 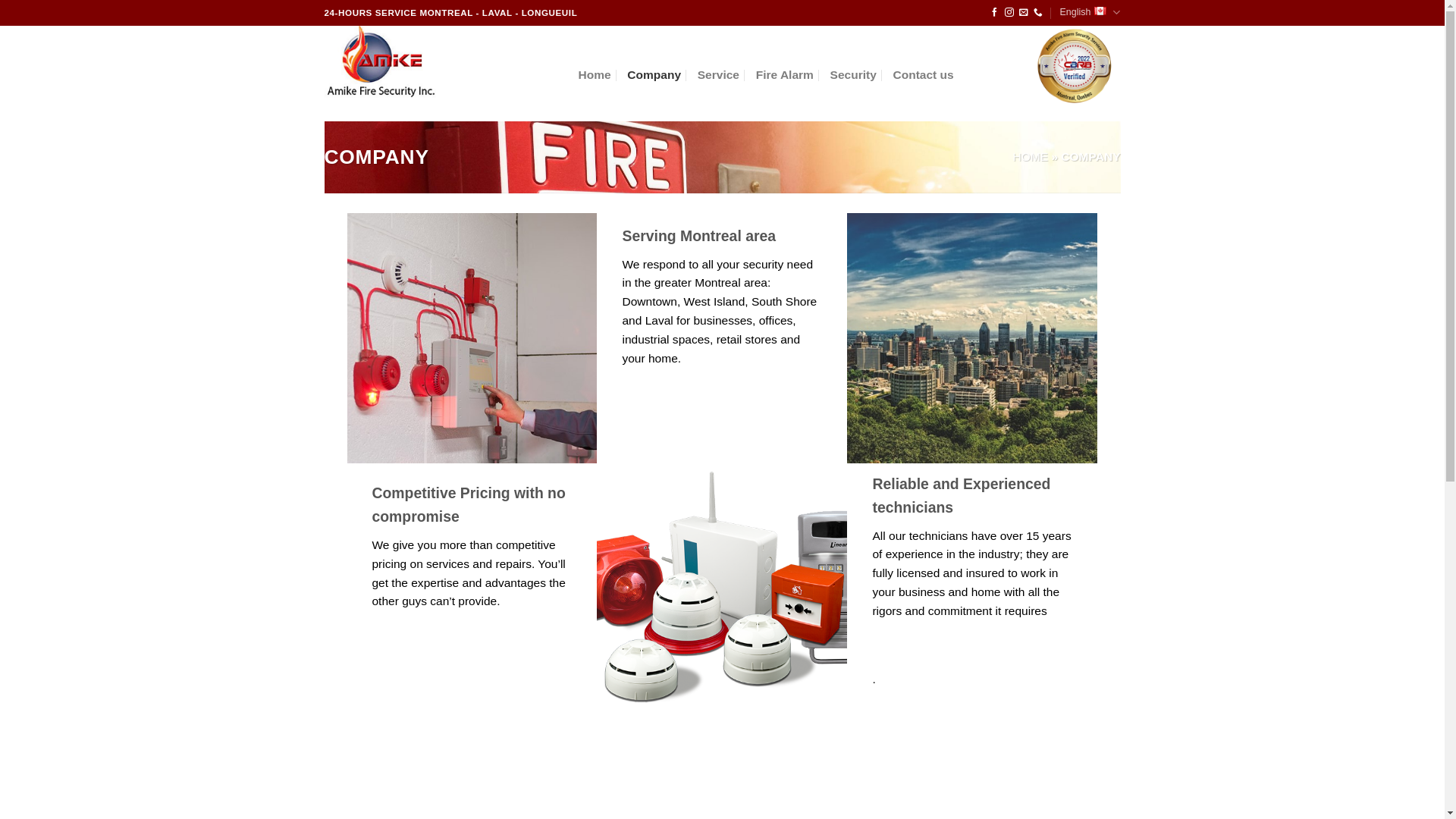 I want to click on 'Company', so click(x=654, y=74).